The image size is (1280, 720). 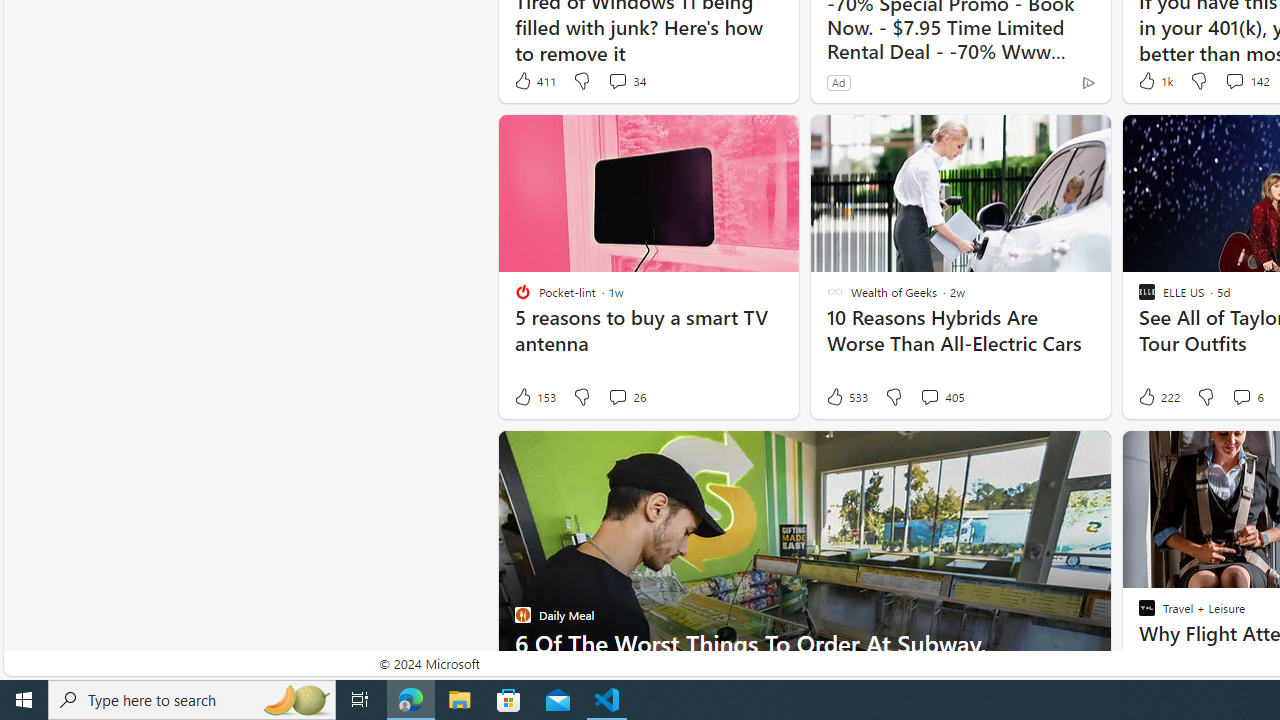 What do you see at coordinates (846, 397) in the screenshot?
I see `'533 Like'` at bounding box center [846, 397].